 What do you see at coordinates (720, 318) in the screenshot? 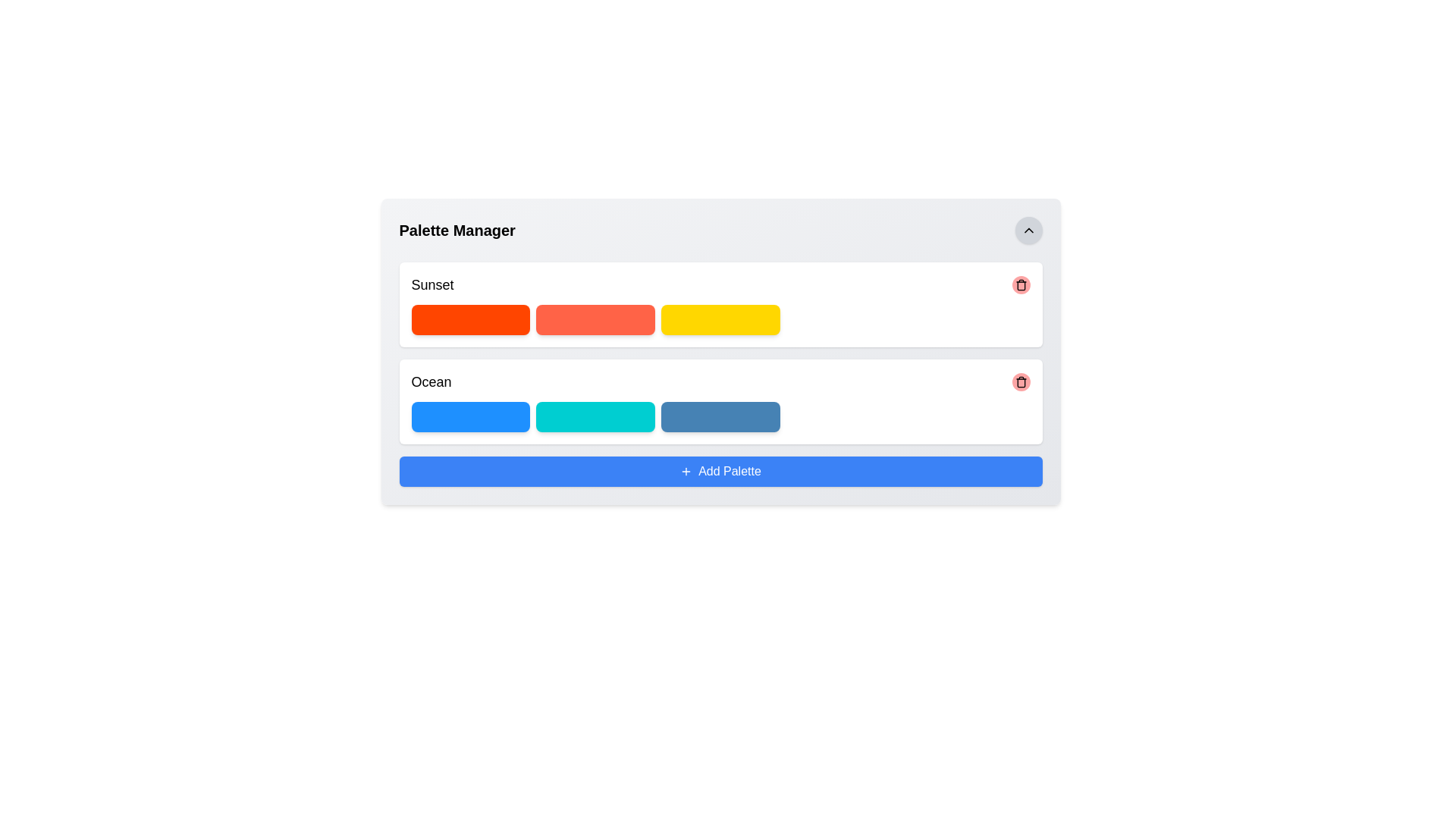
I see `the colored button representing a color or palette option within the 'Sunset' category, which is the third element in its row, located in the upper section of the palette manager interface` at bounding box center [720, 318].